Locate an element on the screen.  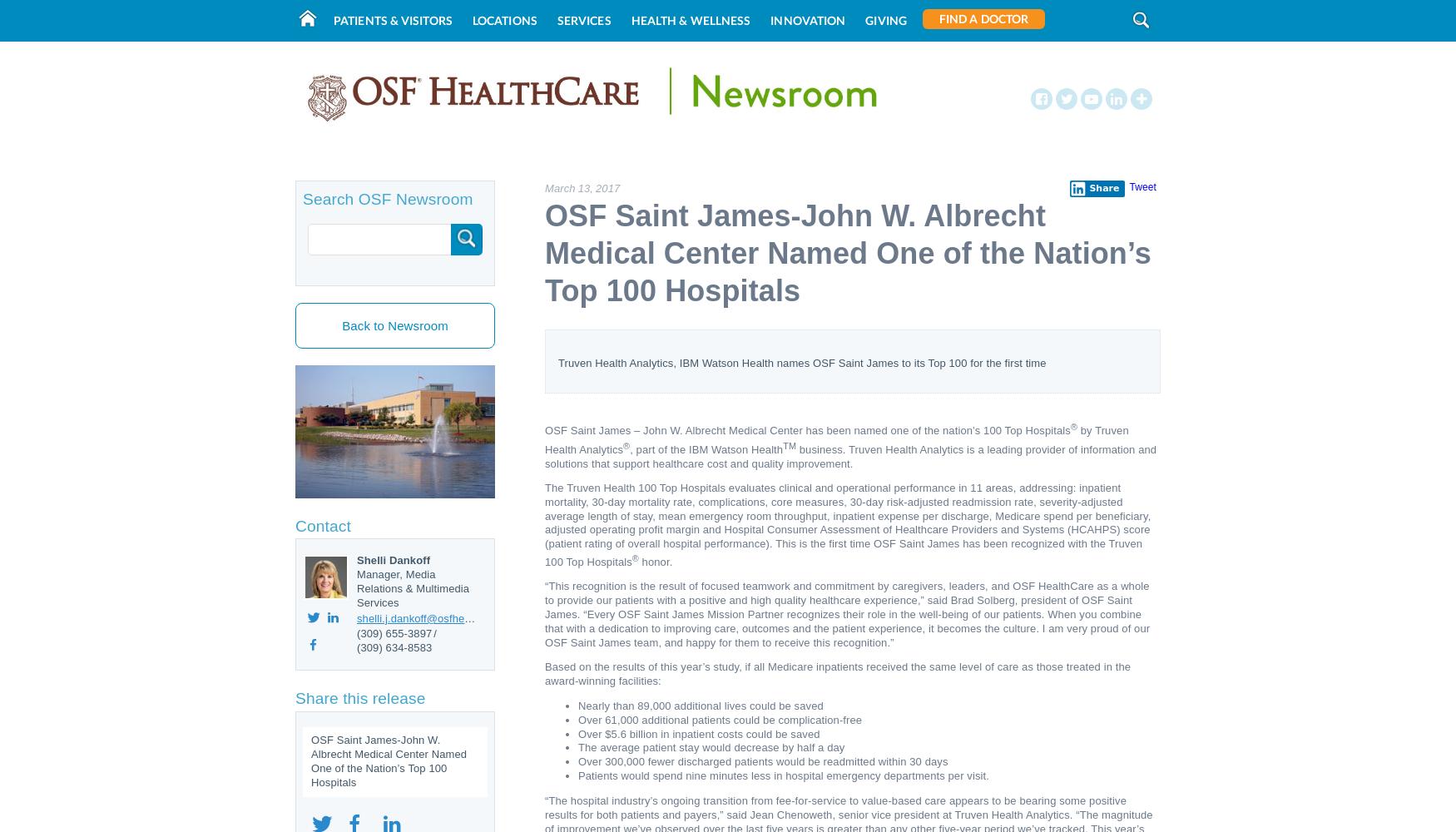
'Shelli Dankoff' is located at coordinates (355, 560).